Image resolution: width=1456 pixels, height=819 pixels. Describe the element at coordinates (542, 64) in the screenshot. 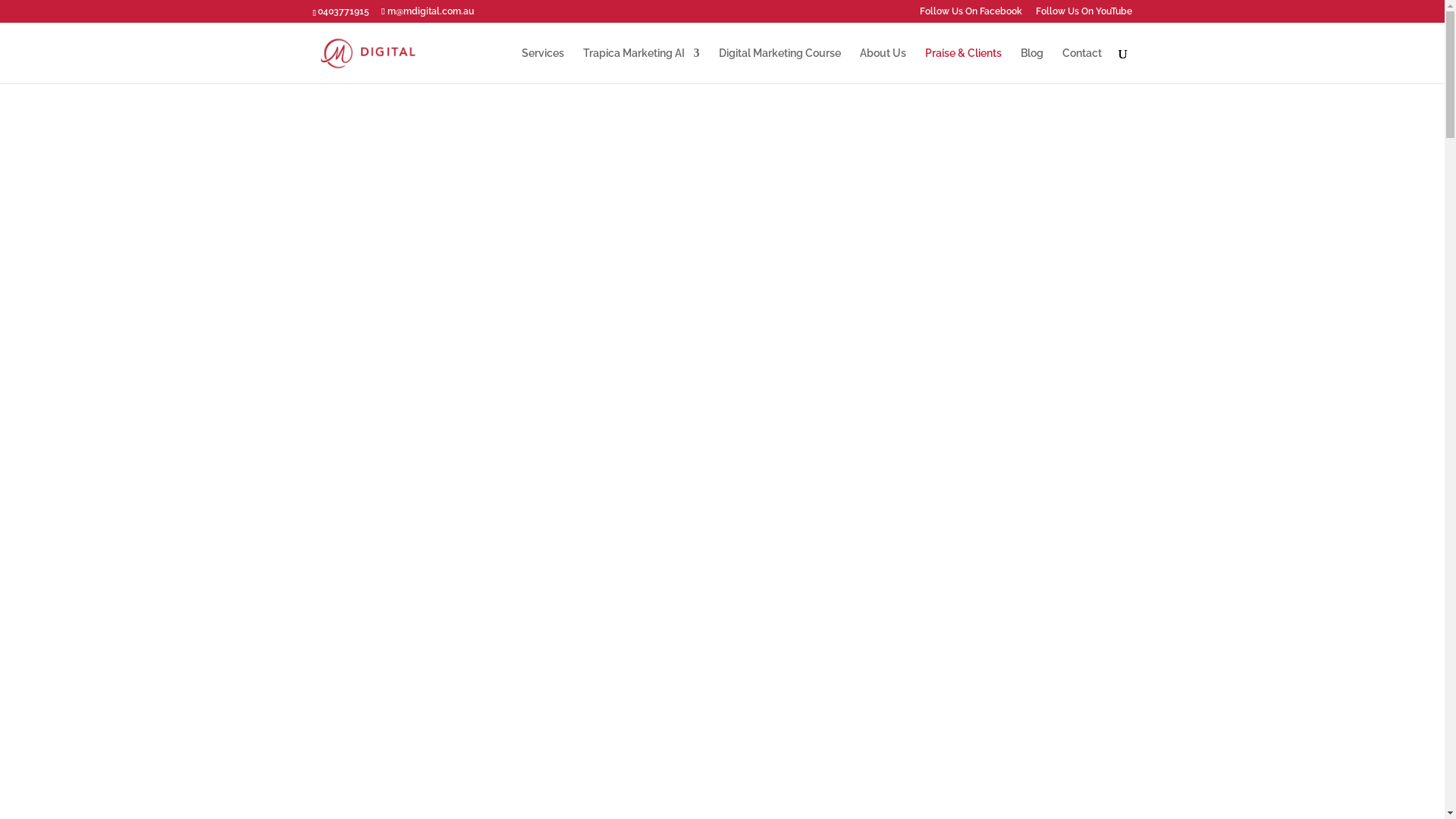

I see `'Services'` at that location.